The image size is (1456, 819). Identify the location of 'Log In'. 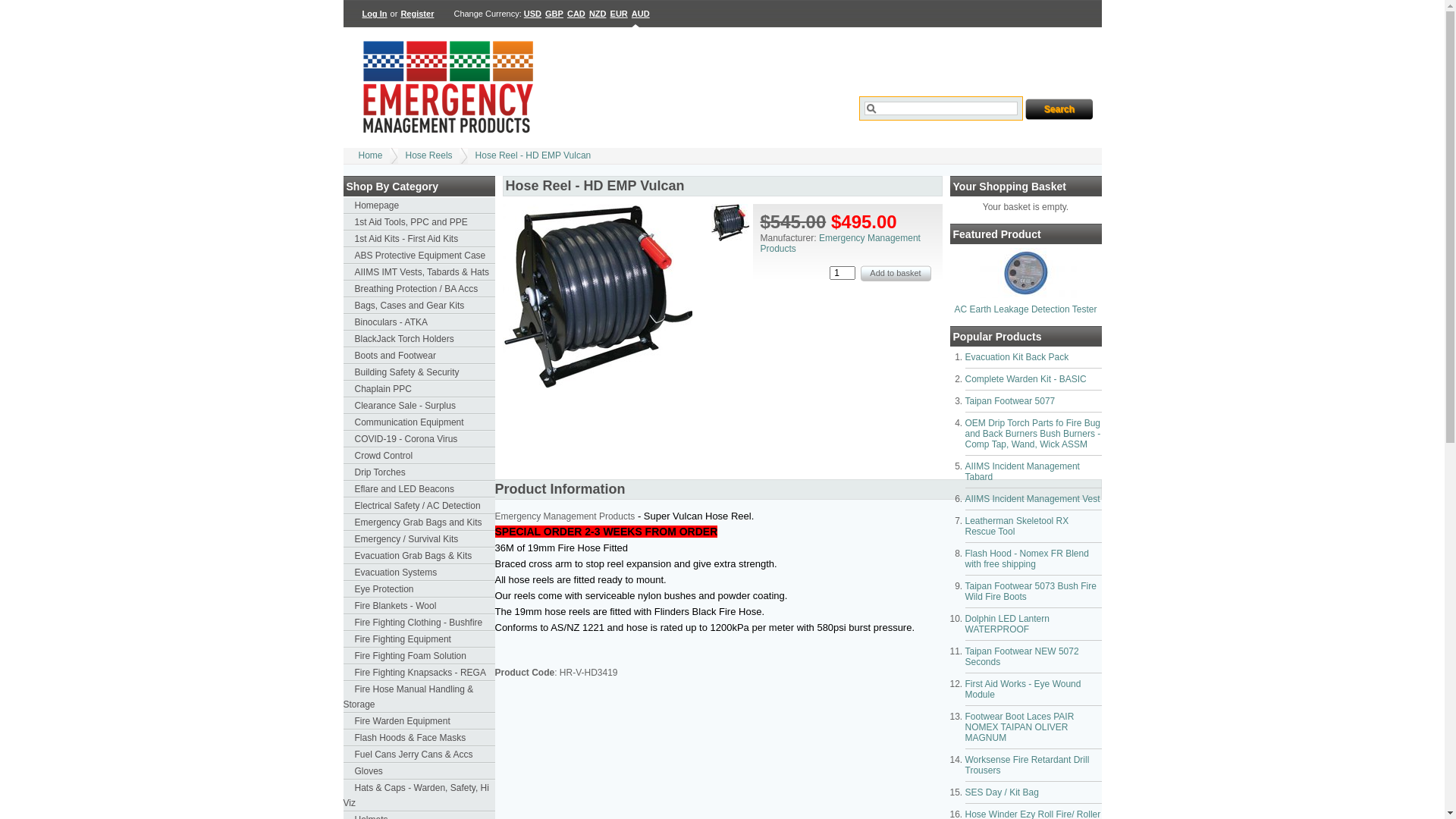
(375, 14).